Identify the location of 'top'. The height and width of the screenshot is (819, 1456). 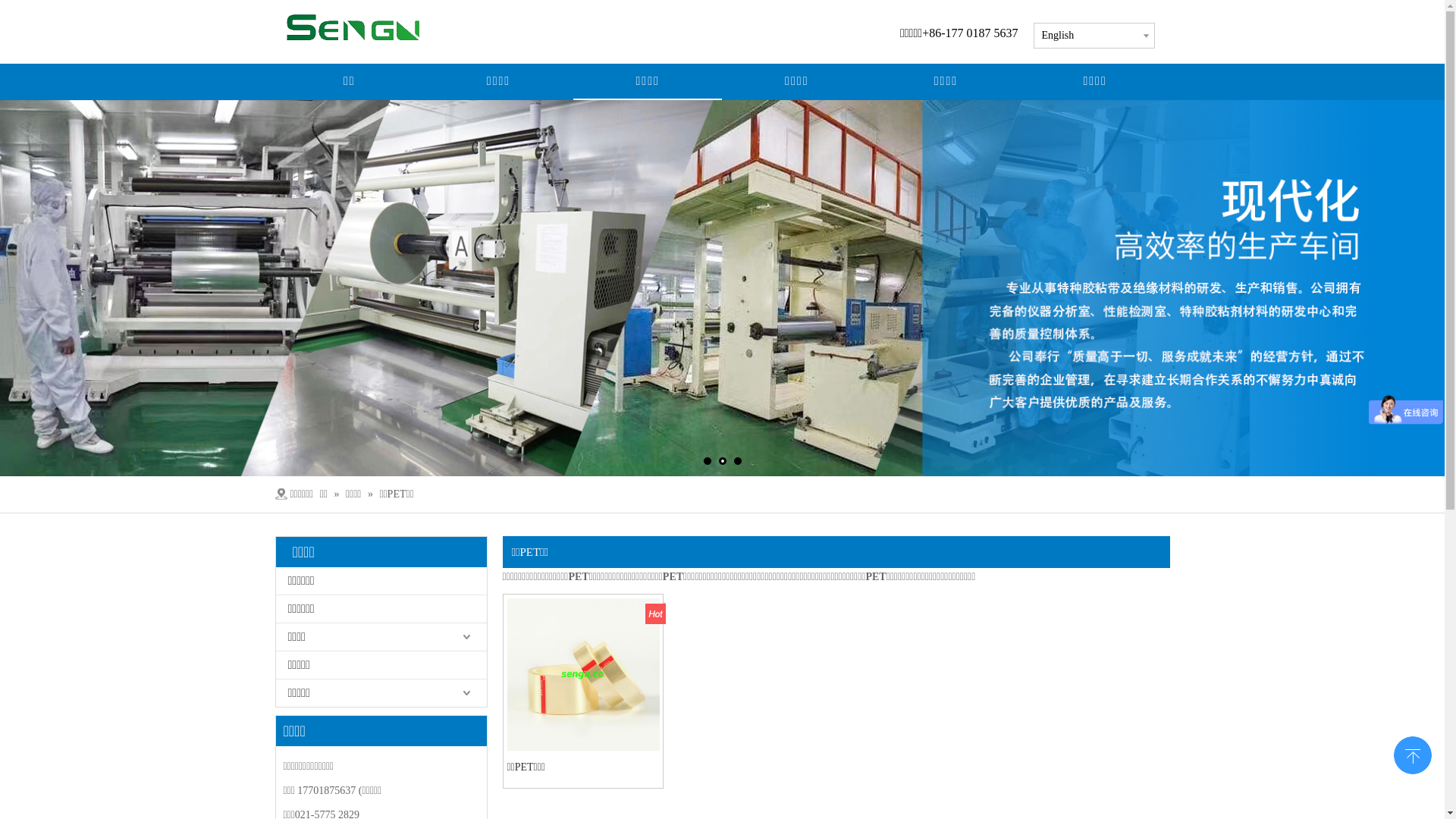
(1411, 754).